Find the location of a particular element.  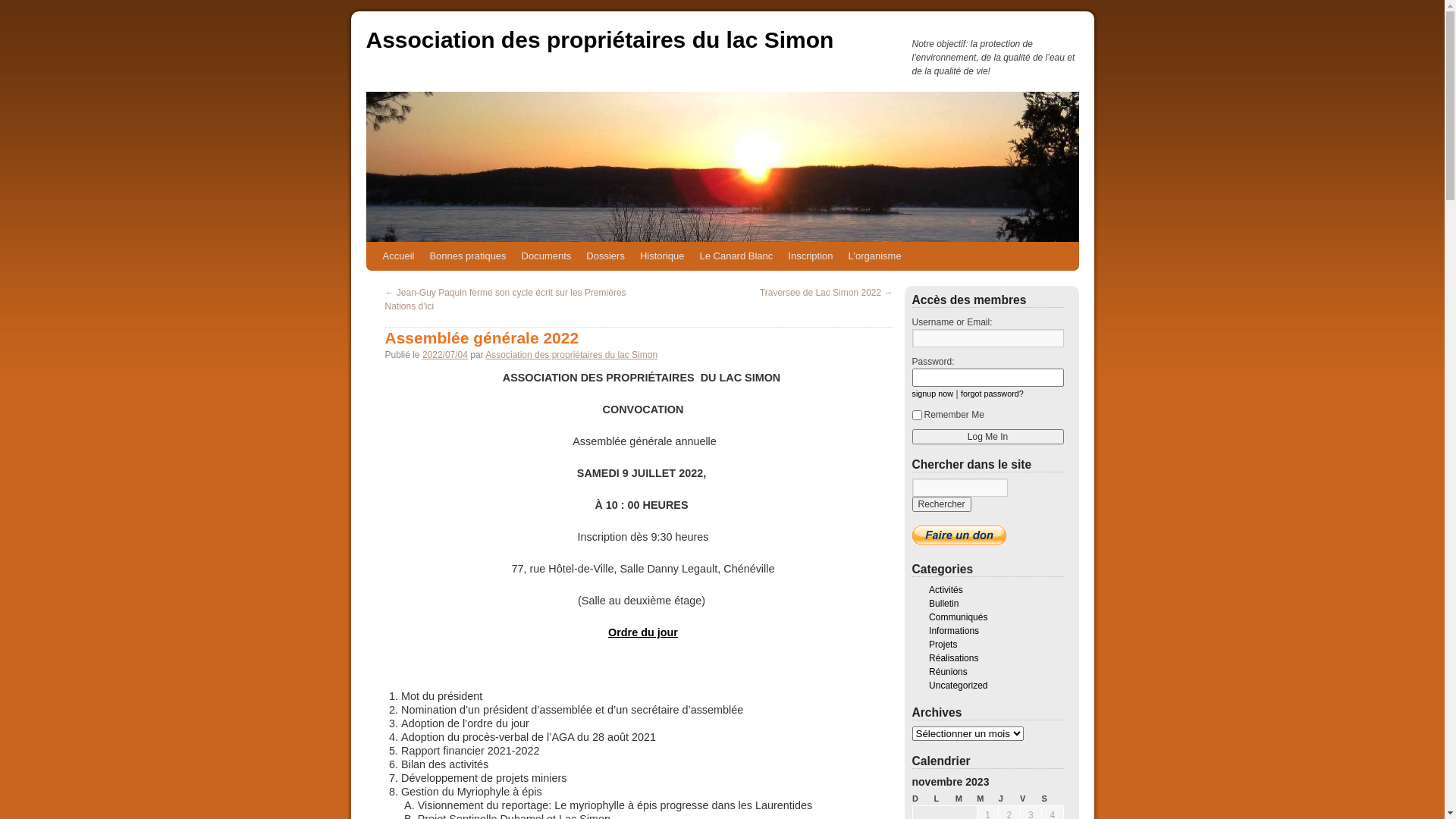

'Bulletin' is located at coordinates (943, 602).